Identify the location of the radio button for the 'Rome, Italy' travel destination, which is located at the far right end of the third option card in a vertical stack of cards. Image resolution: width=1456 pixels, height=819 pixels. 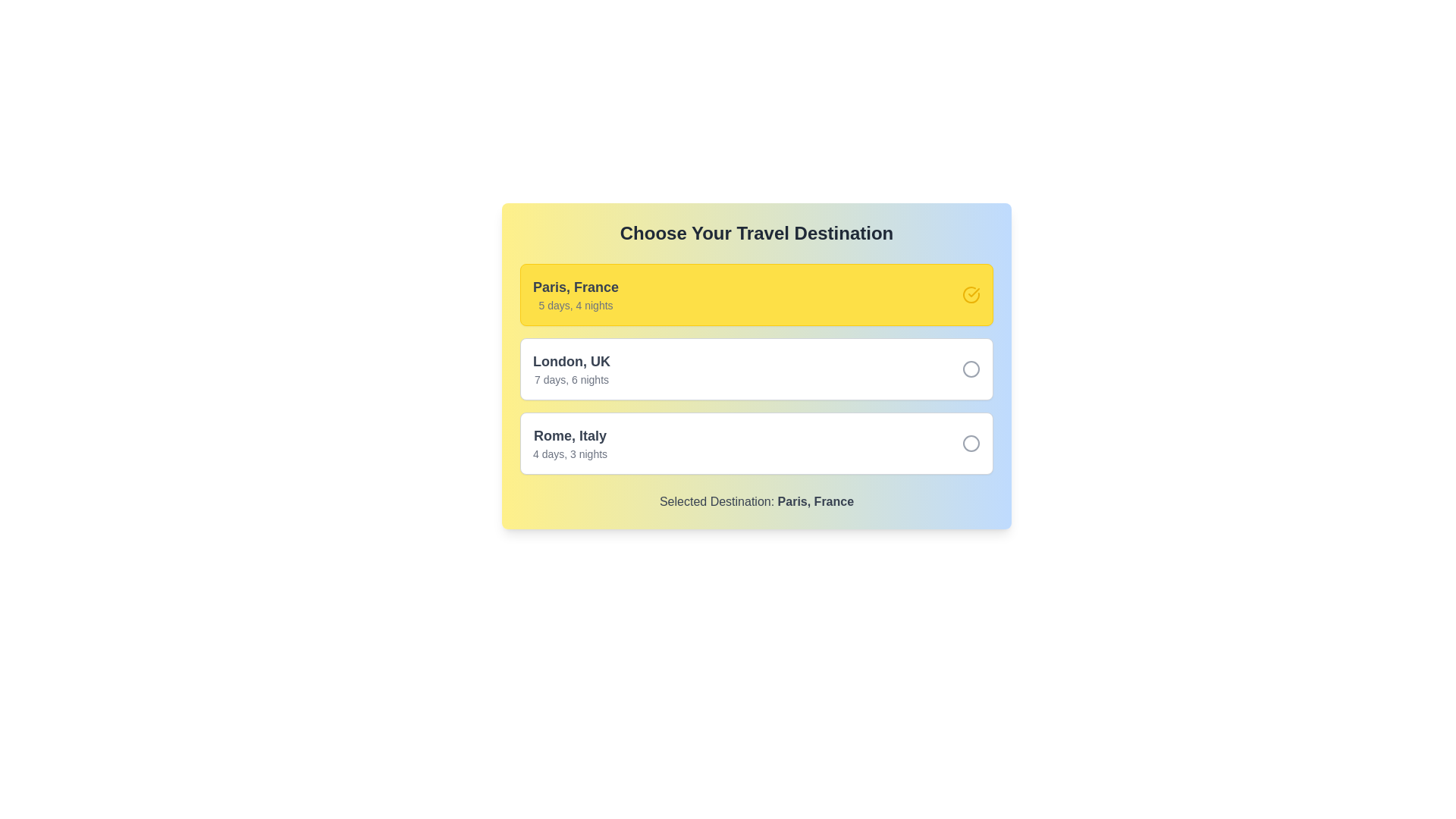
(971, 444).